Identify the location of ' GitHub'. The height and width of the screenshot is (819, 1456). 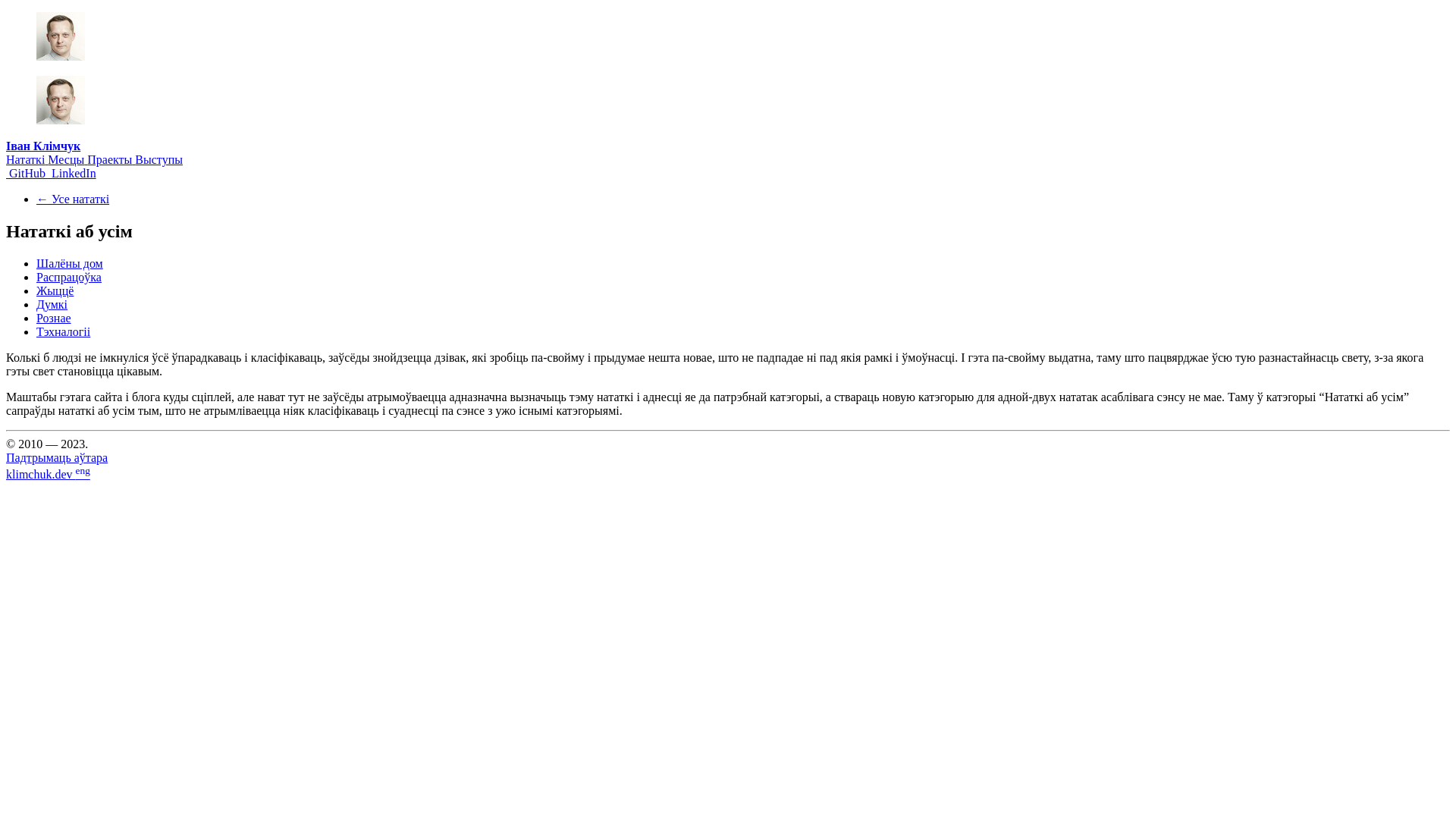
(27, 172).